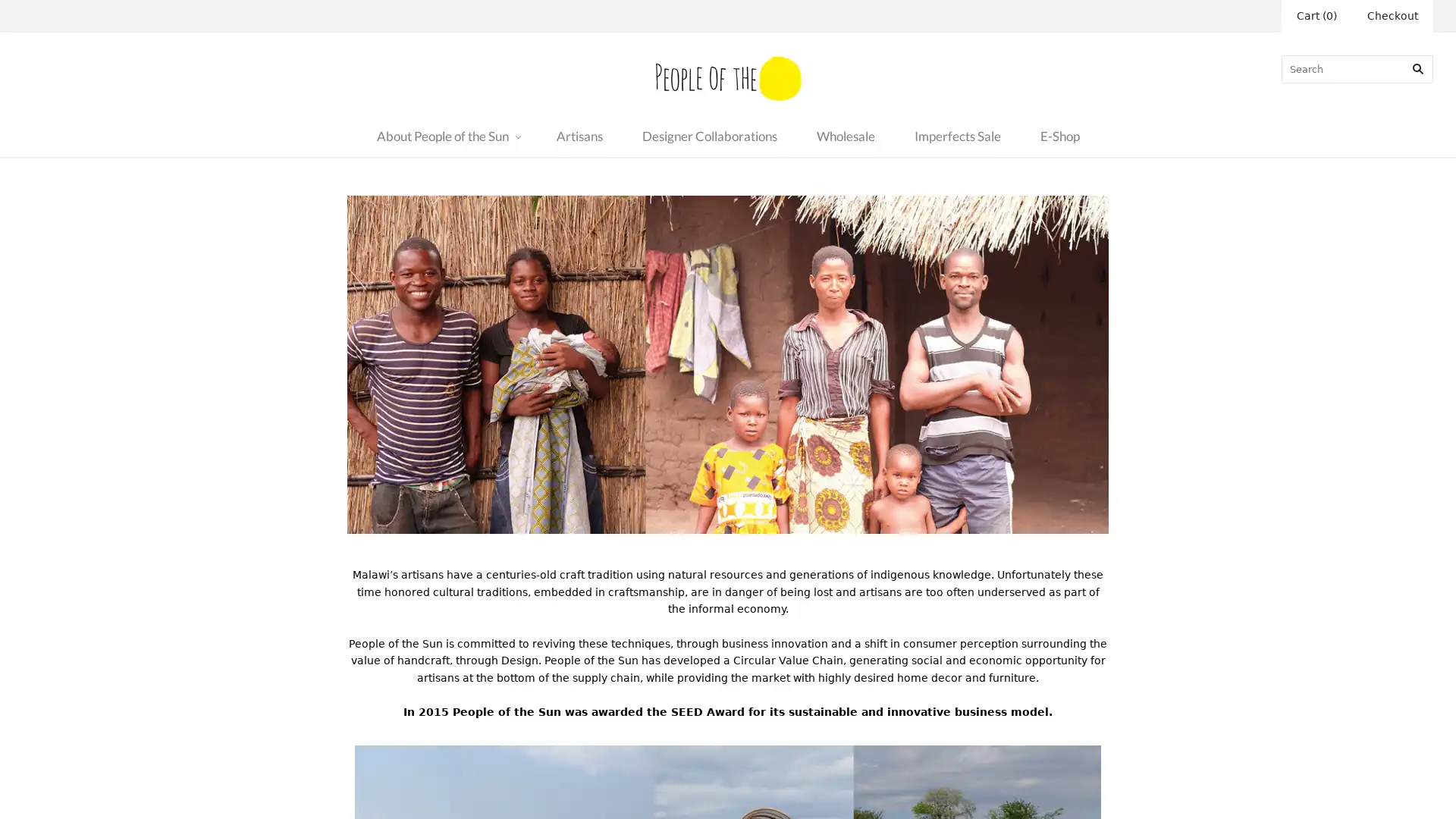 The image size is (1456, 819). Describe the element at coordinates (1417, 68) in the screenshot. I see `Search` at that location.